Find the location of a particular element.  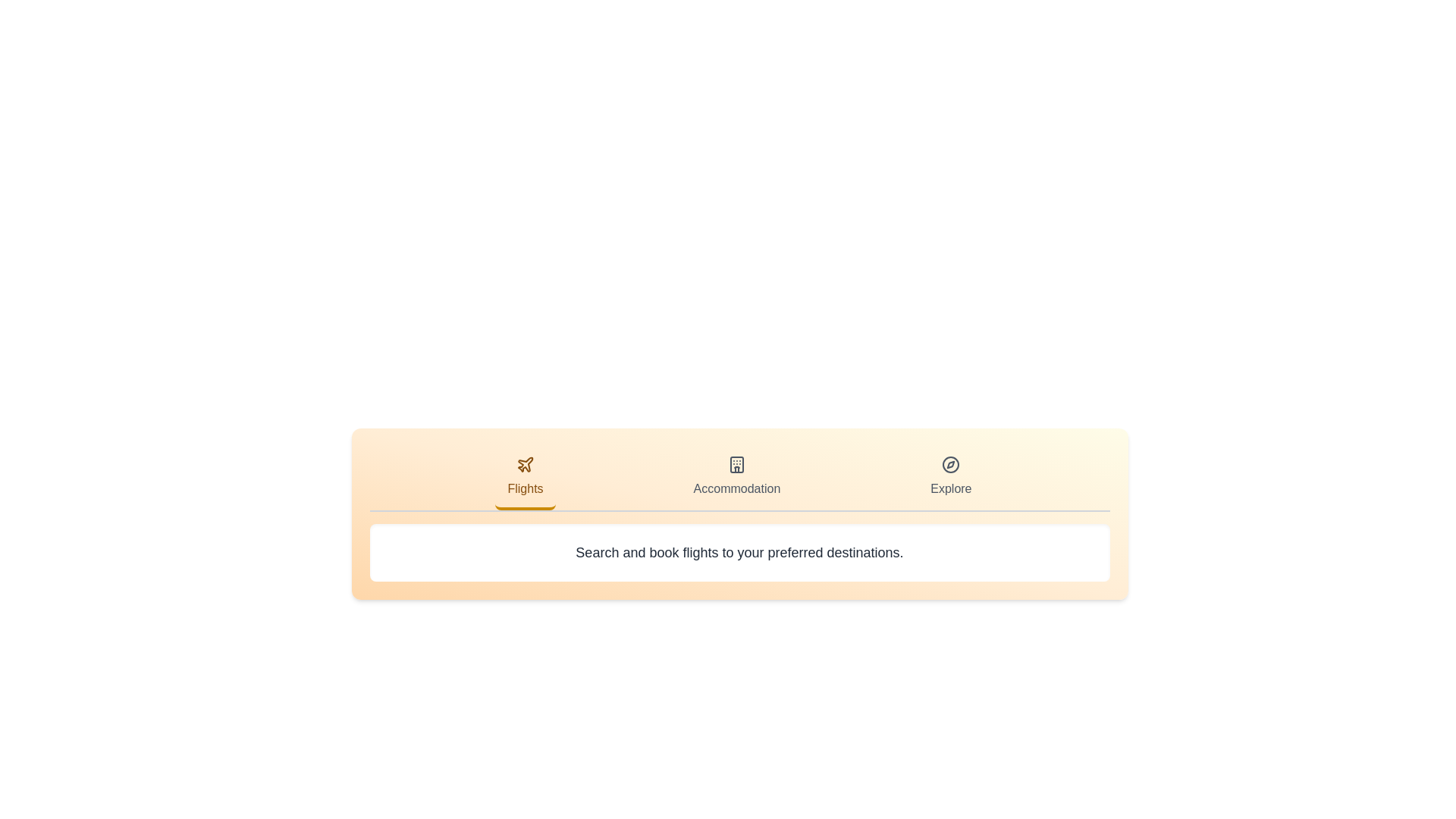

the tab labeled Accommodation is located at coordinates (736, 479).